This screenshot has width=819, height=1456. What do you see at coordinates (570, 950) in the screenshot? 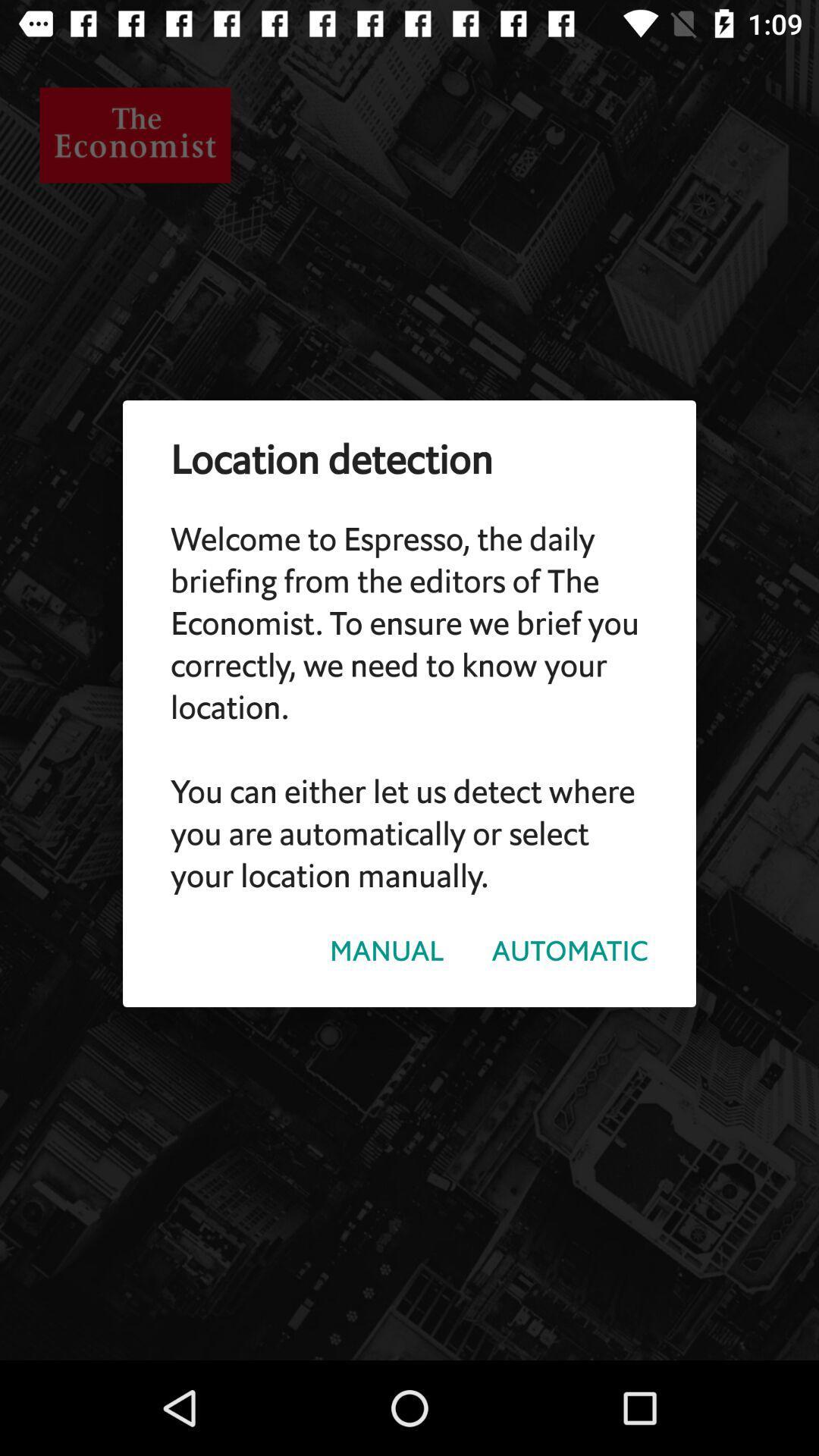
I see `icon to the right of manual button` at bounding box center [570, 950].